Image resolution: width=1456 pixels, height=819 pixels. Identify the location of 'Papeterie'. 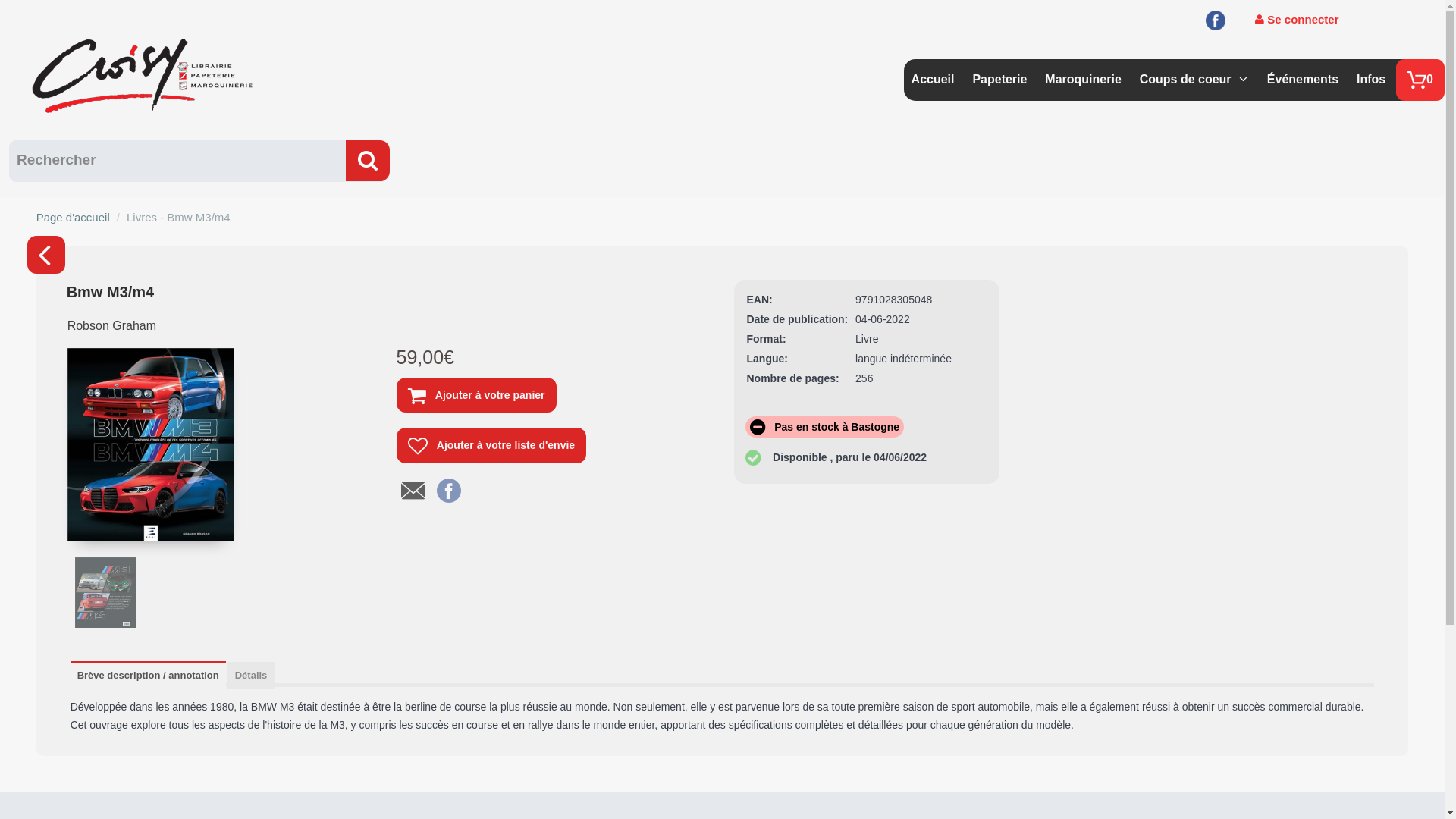
(999, 74).